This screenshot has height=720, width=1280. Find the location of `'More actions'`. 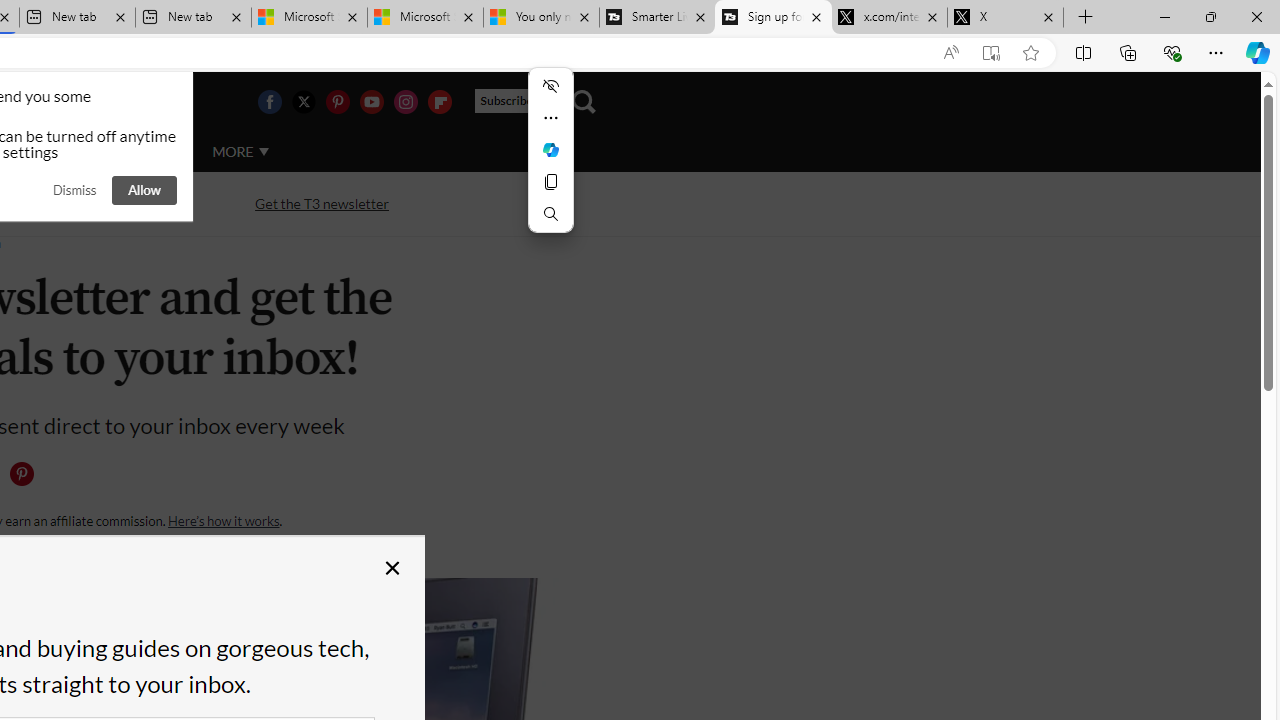

'More actions' is located at coordinates (551, 118).